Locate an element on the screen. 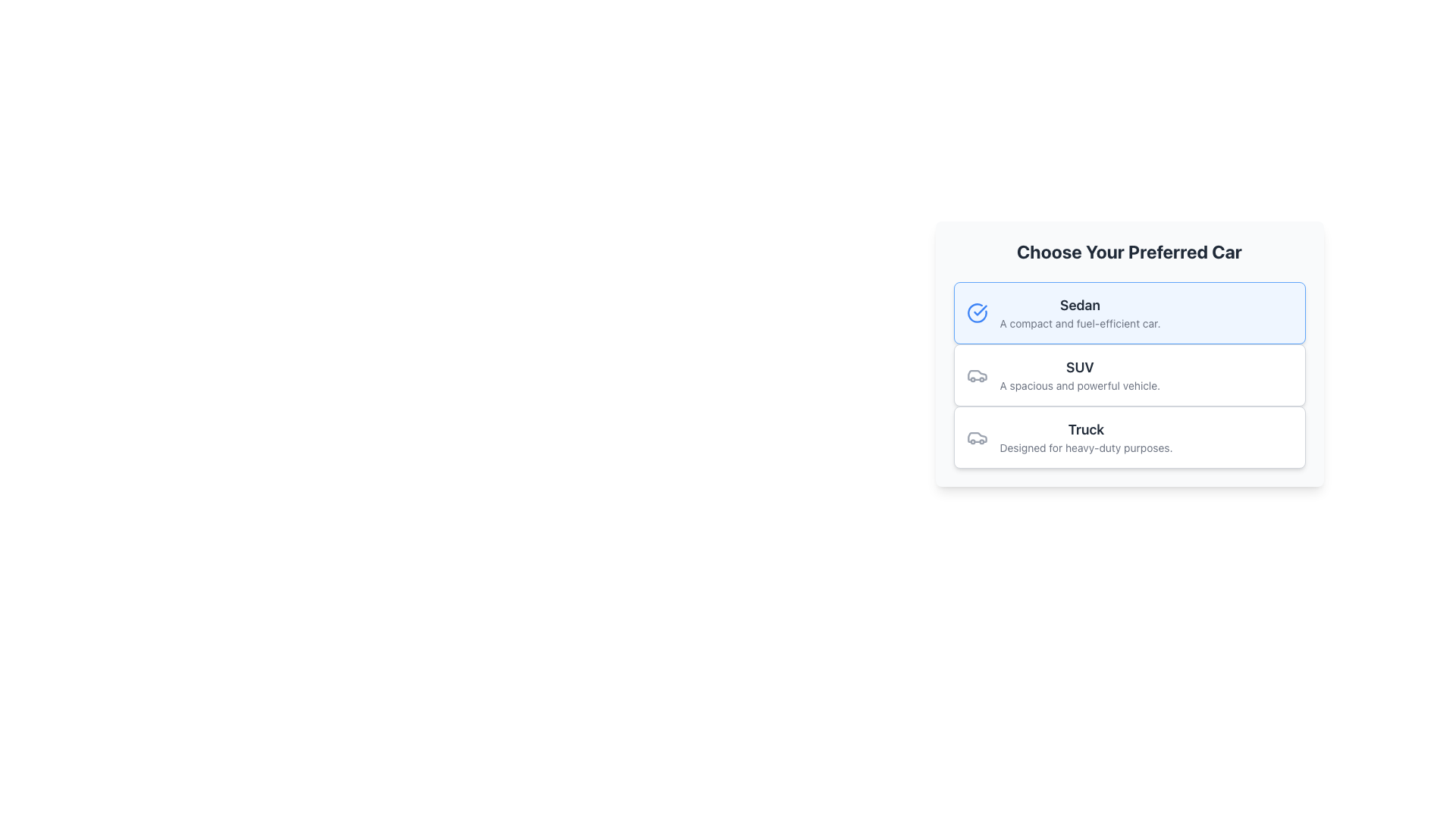 The width and height of the screenshot is (1456, 819). the supplementary information text located immediately below the title 'Sedan' in the highlighted selection box is located at coordinates (1079, 323).